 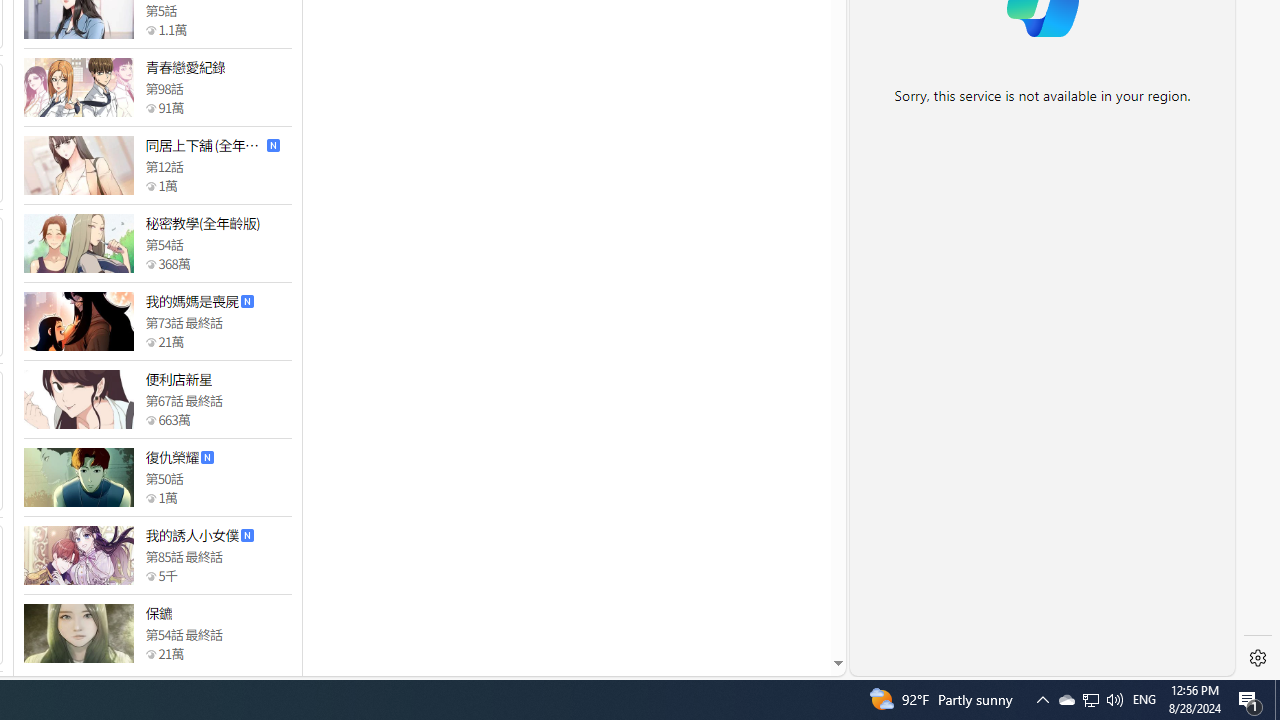 I want to click on 'Class: epicon_starpoint', so click(x=150, y=653).